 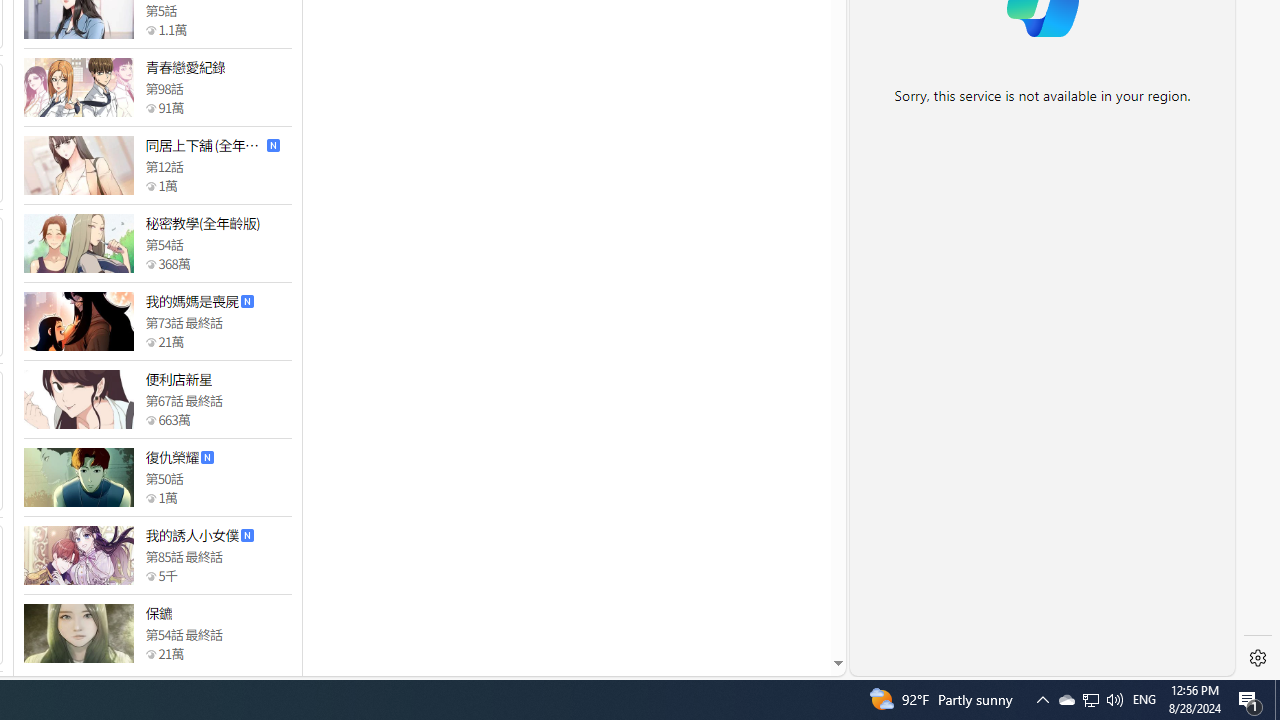 I want to click on 'Class: epicon_starpoint', so click(x=150, y=653).